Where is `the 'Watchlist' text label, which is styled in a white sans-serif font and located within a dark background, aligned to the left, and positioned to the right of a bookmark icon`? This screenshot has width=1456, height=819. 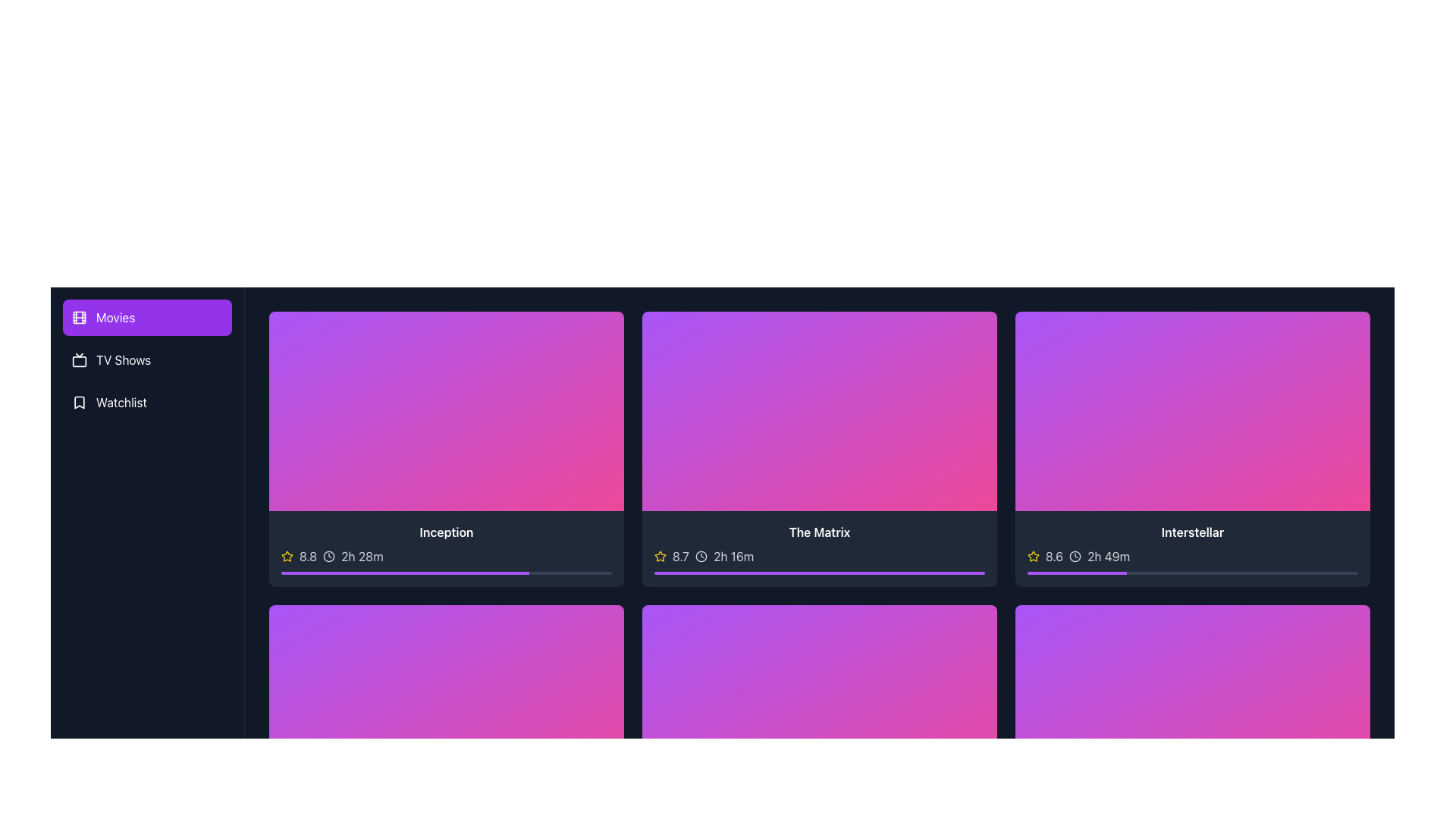
the 'Watchlist' text label, which is styled in a white sans-serif font and located within a dark background, aligned to the left, and positioned to the right of a bookmark icon is located at coordinates (121, 402).